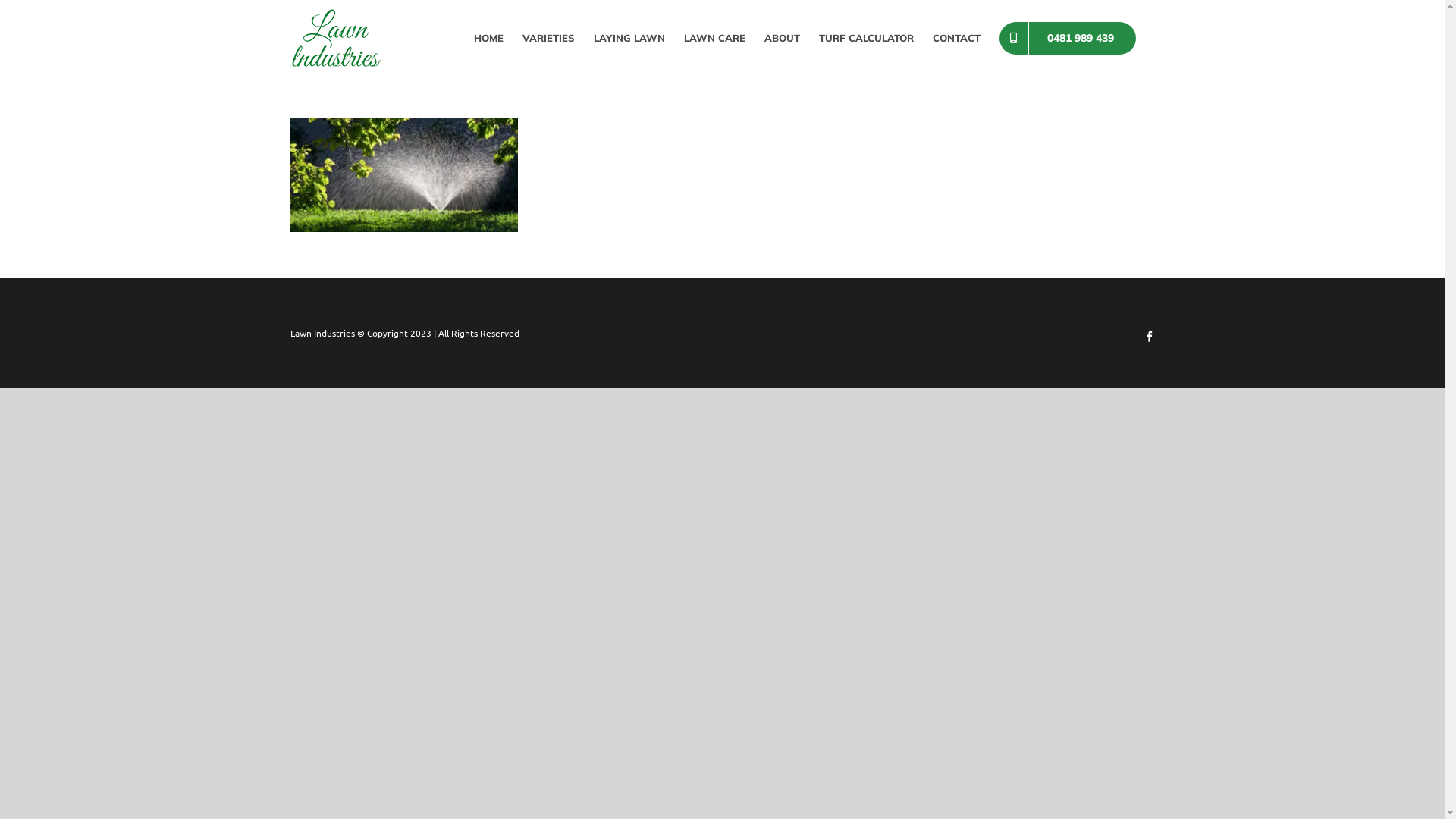  What do you see at coordinates (488, 37) in the screenshot?
I see `'HOME'` at bounding box center [488, 37].